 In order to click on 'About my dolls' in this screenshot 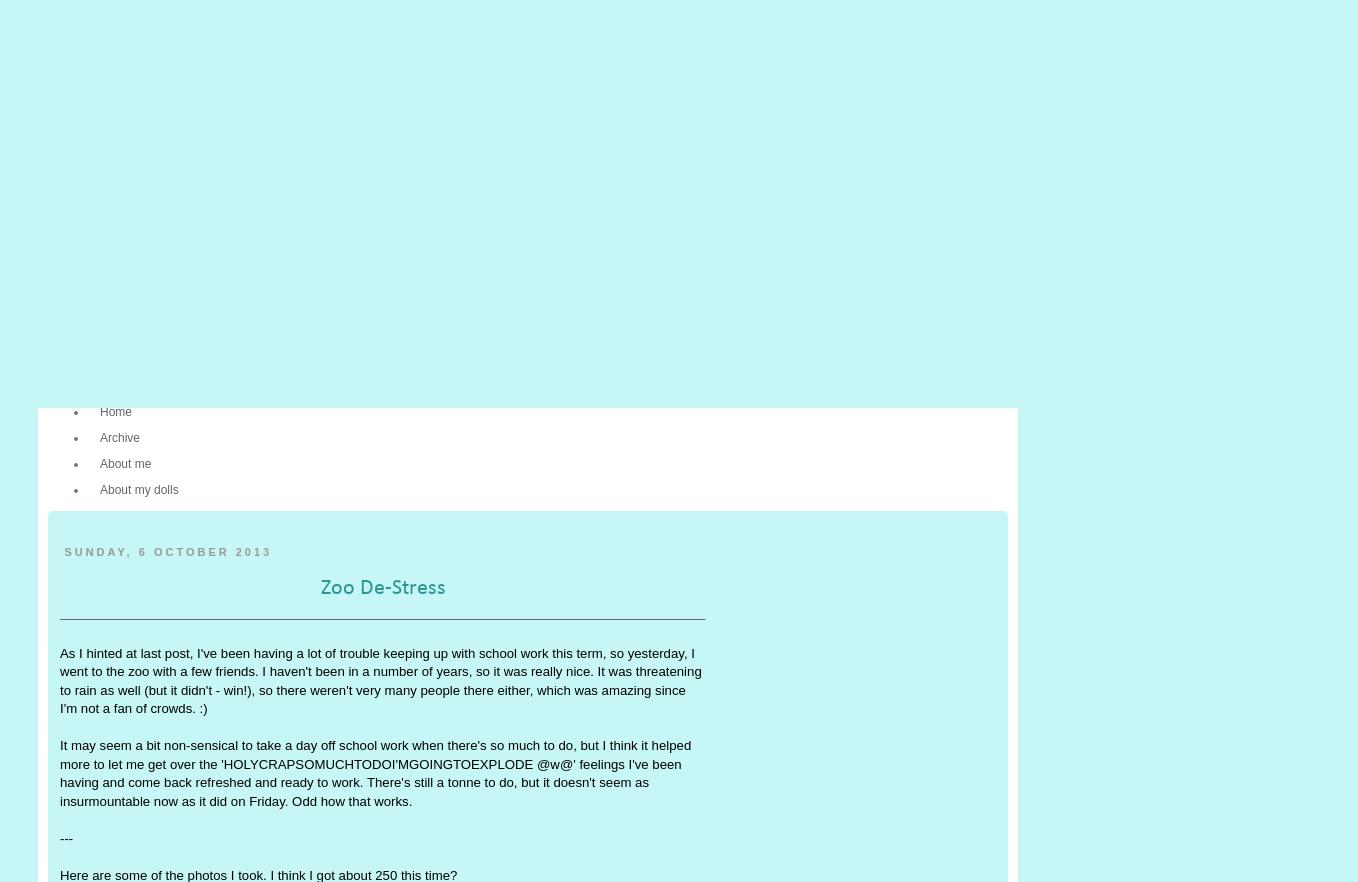, I will do `click(138, 489)`.